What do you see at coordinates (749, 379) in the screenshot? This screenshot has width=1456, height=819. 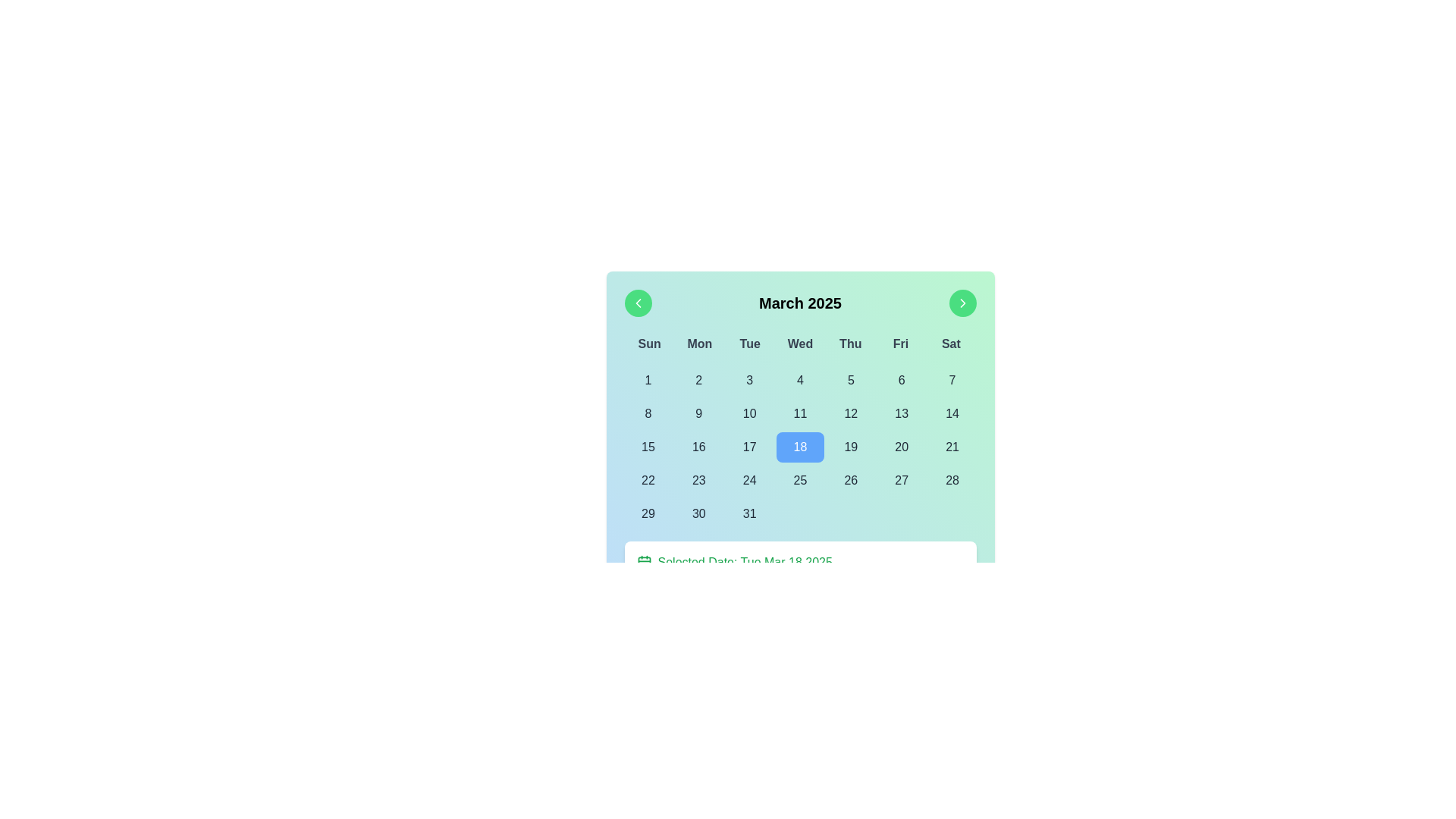 I see `the button displaying the number '3' located` at bounding box center [749, 379].